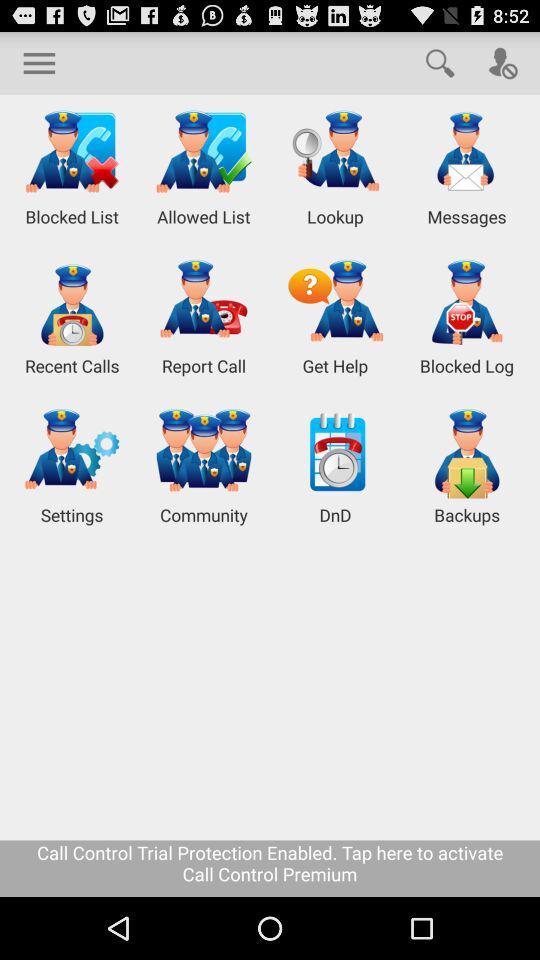 This screenshot has height=960, width=540. I want to click on the search icon, so click(440, 67).